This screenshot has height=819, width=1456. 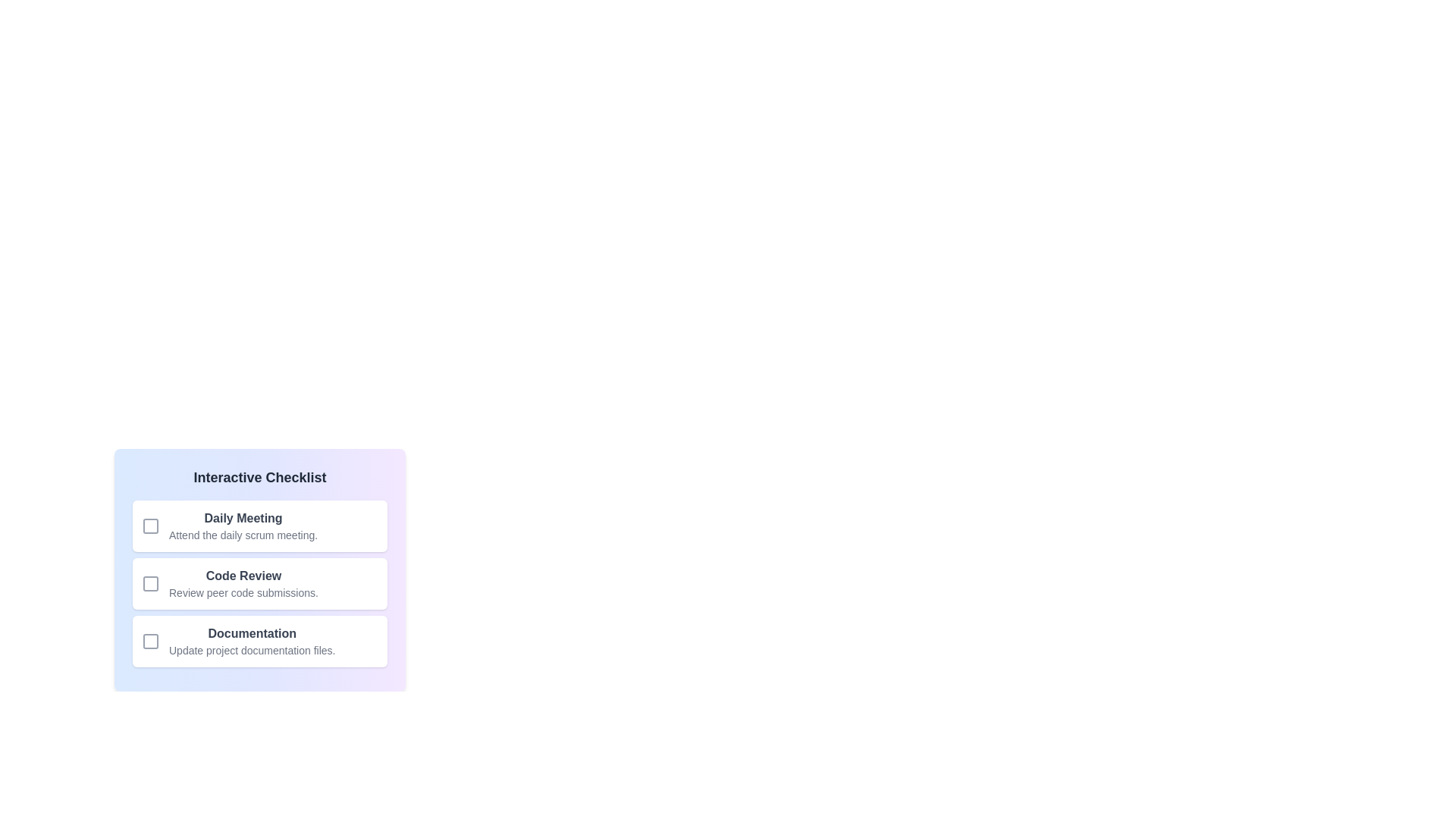 What do you see at coordinates (150, 583) in the screenshot?
I see `the checkbox located within the checklist item titled 'Code Review'` at bounding box center [150, 583].